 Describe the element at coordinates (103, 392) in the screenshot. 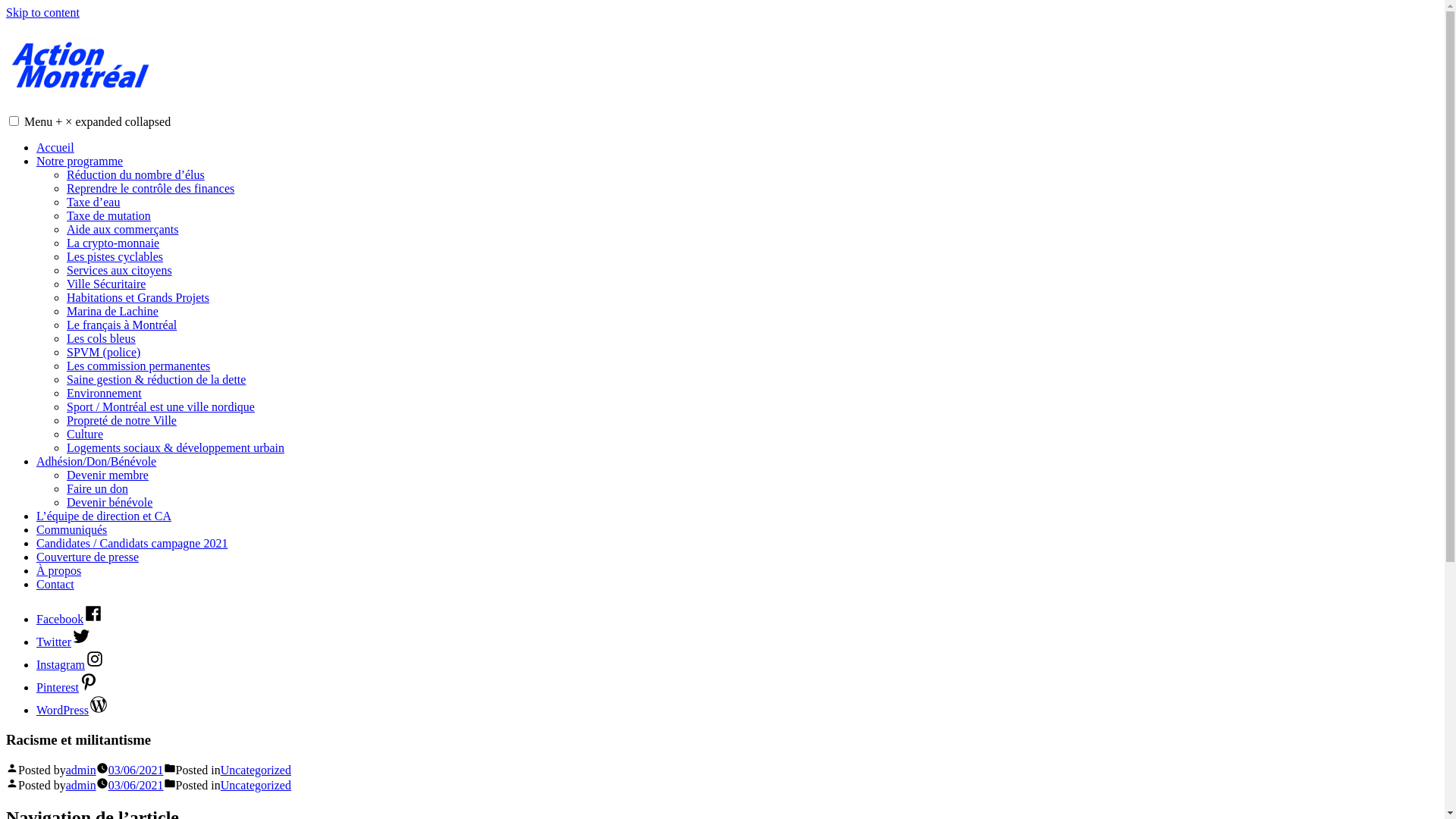

I see `'Environnement'` at that location.